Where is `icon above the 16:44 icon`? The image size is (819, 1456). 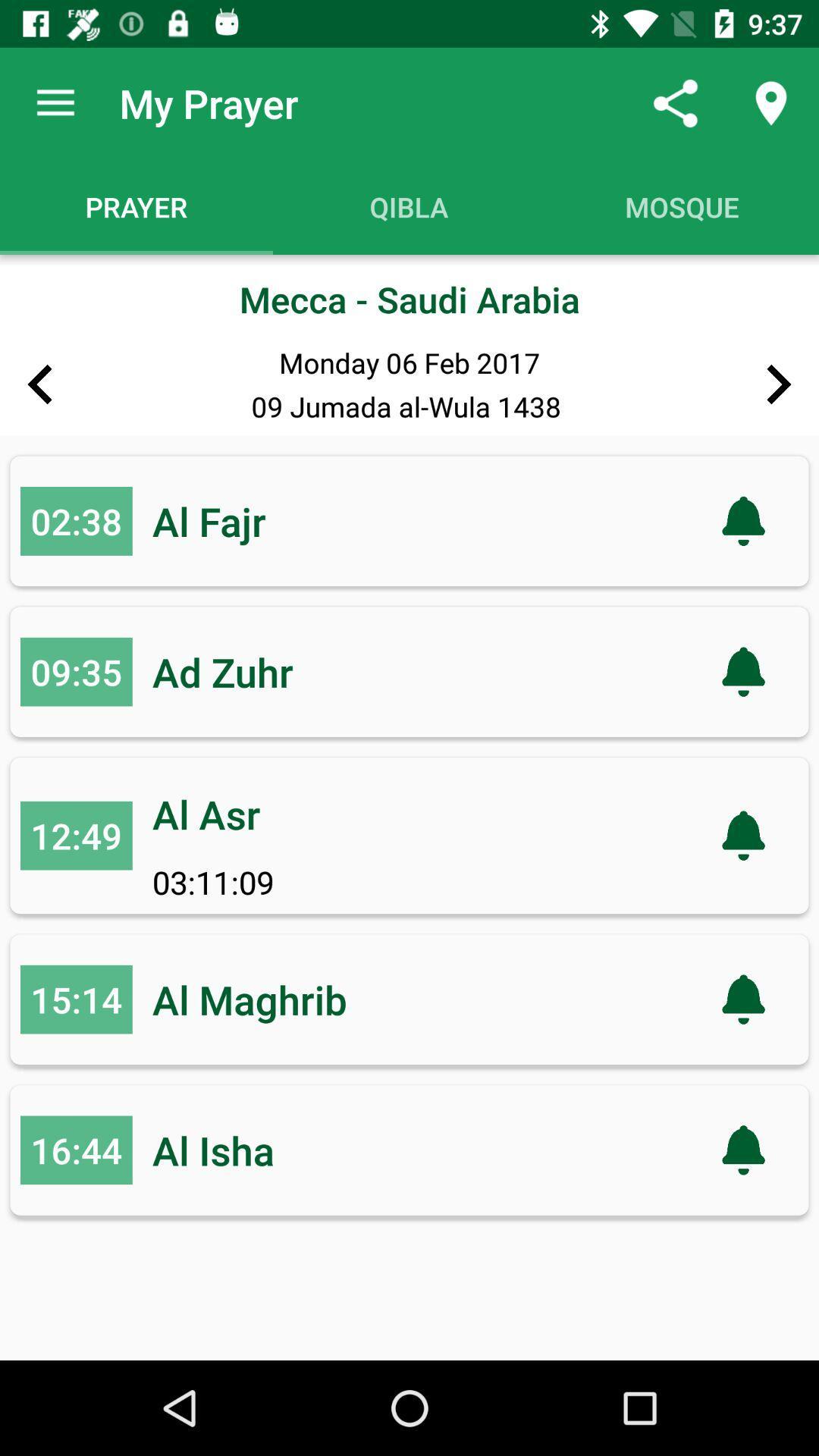 icon above the 16:44 icon is located at coordinates (76, 999).